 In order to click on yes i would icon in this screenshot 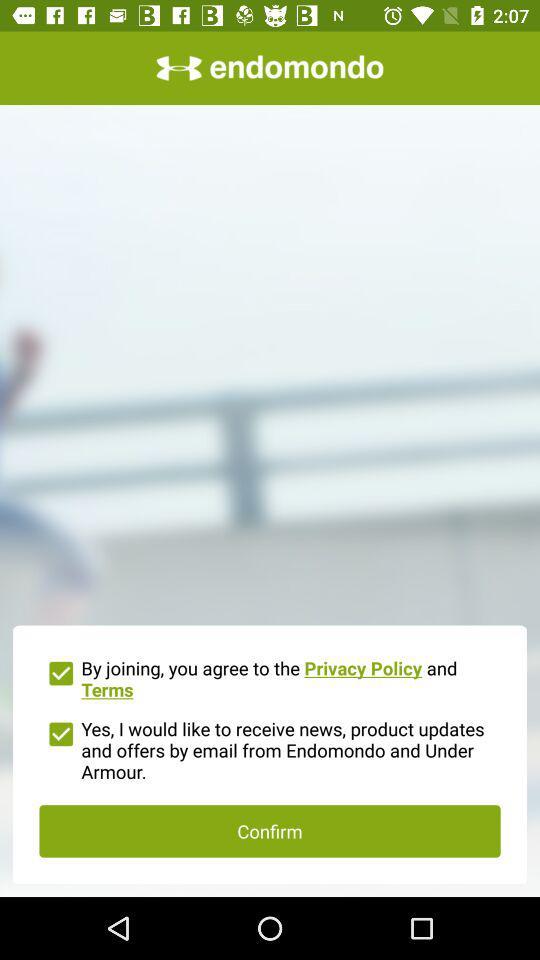, I will do `click(270, 747)`.